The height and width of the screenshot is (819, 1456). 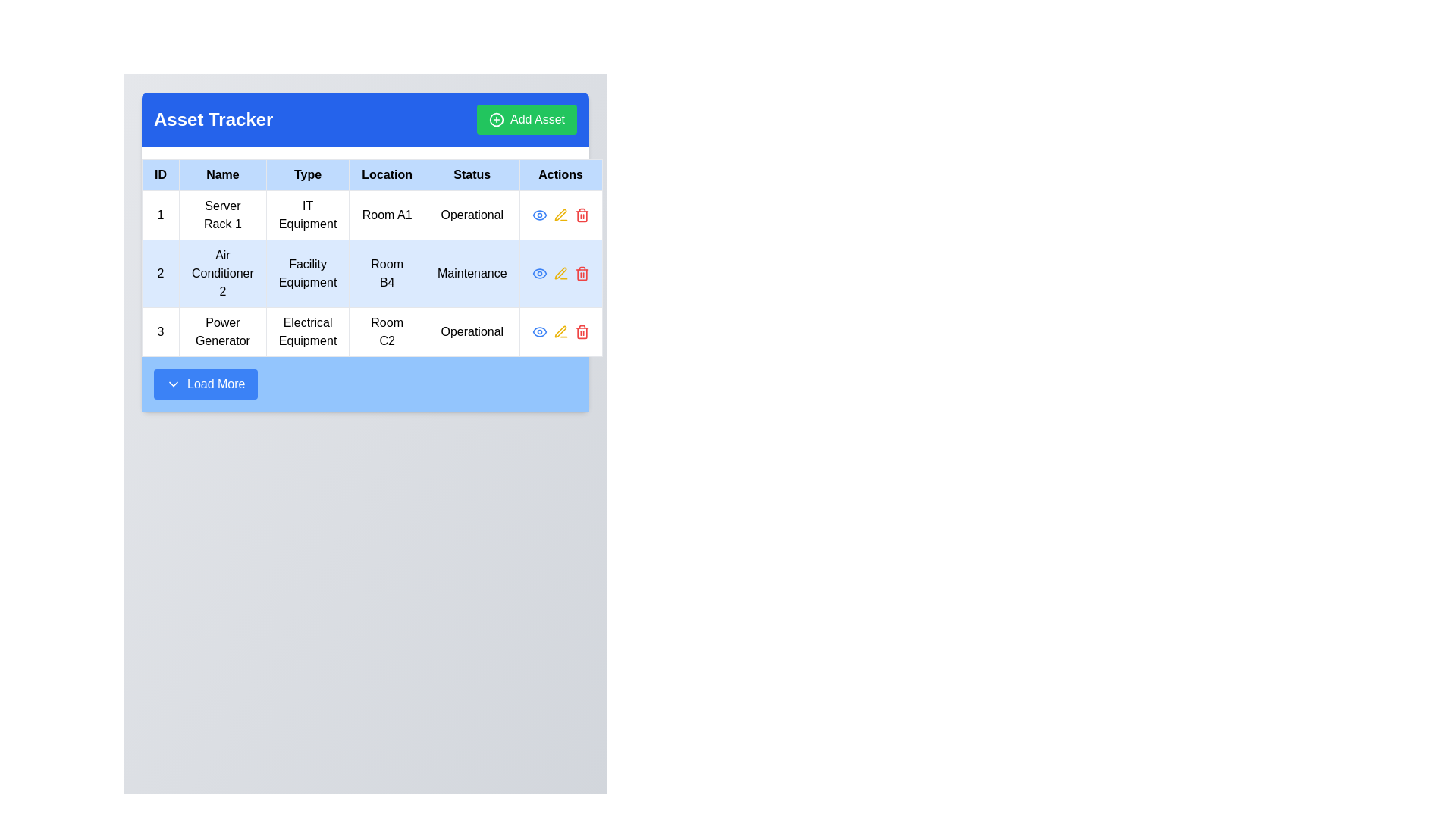 I want to click on the delete icon located as the last action icon in the 'Actions' column of the second row in the asset tracker interface to initiate a delete action, so click(x=581, y=274).